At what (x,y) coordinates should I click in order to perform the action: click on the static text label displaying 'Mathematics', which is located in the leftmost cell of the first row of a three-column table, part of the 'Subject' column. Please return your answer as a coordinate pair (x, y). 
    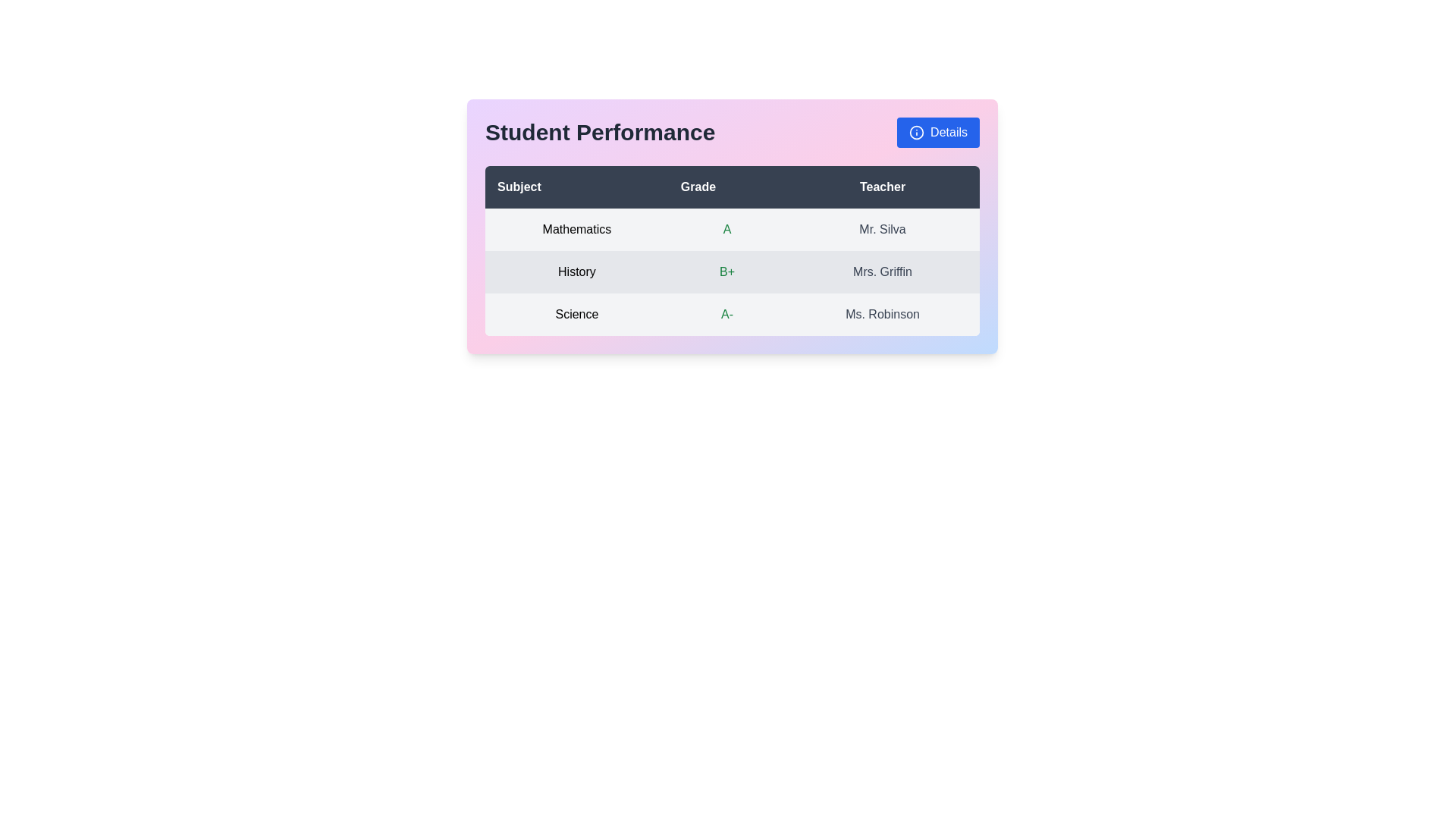
    Looking at the image, I should click on (576, 230).